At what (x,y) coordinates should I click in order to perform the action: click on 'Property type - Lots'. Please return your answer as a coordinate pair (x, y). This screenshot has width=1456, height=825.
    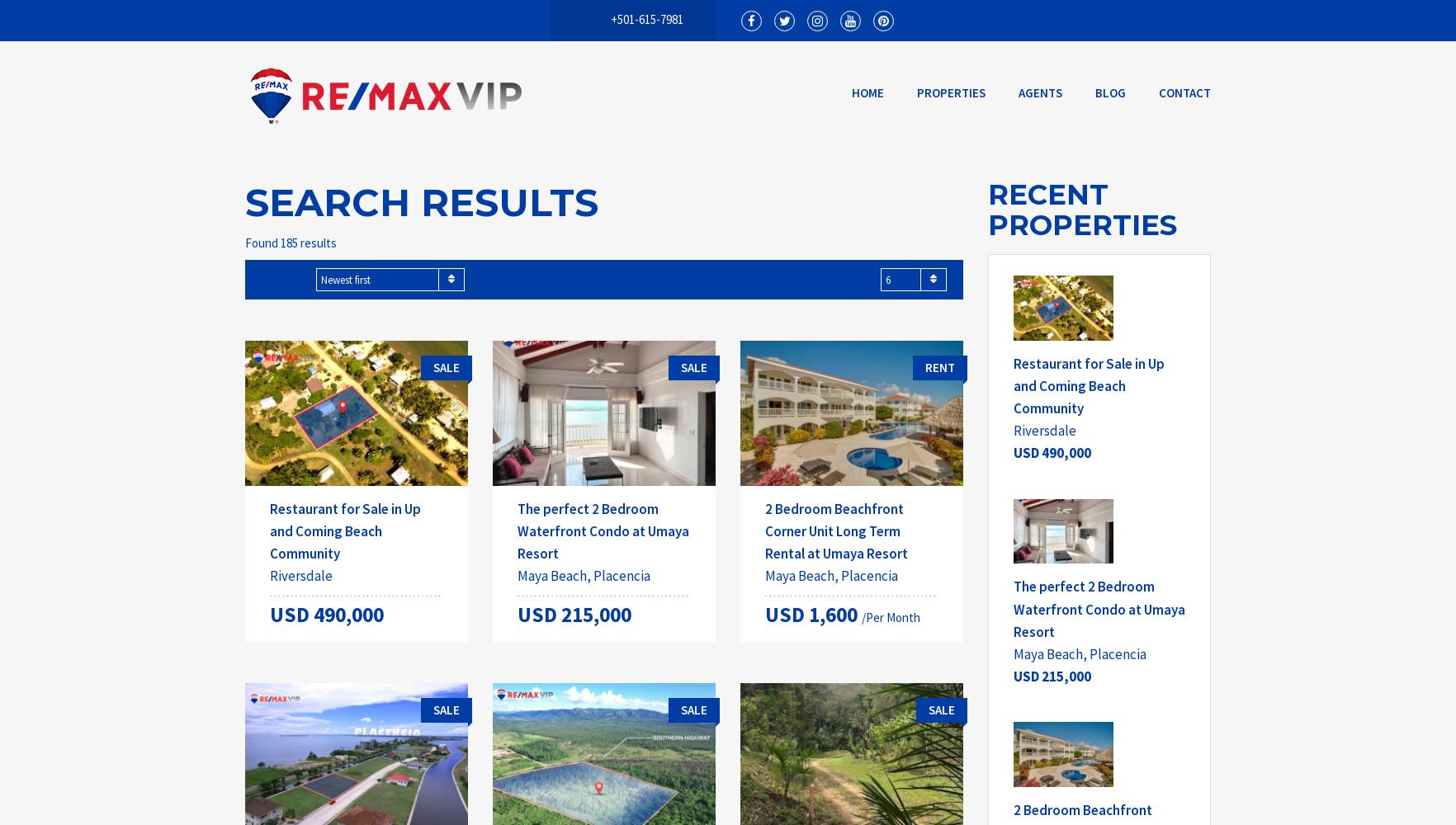
    Looking at the image, I should click on (325, 811).